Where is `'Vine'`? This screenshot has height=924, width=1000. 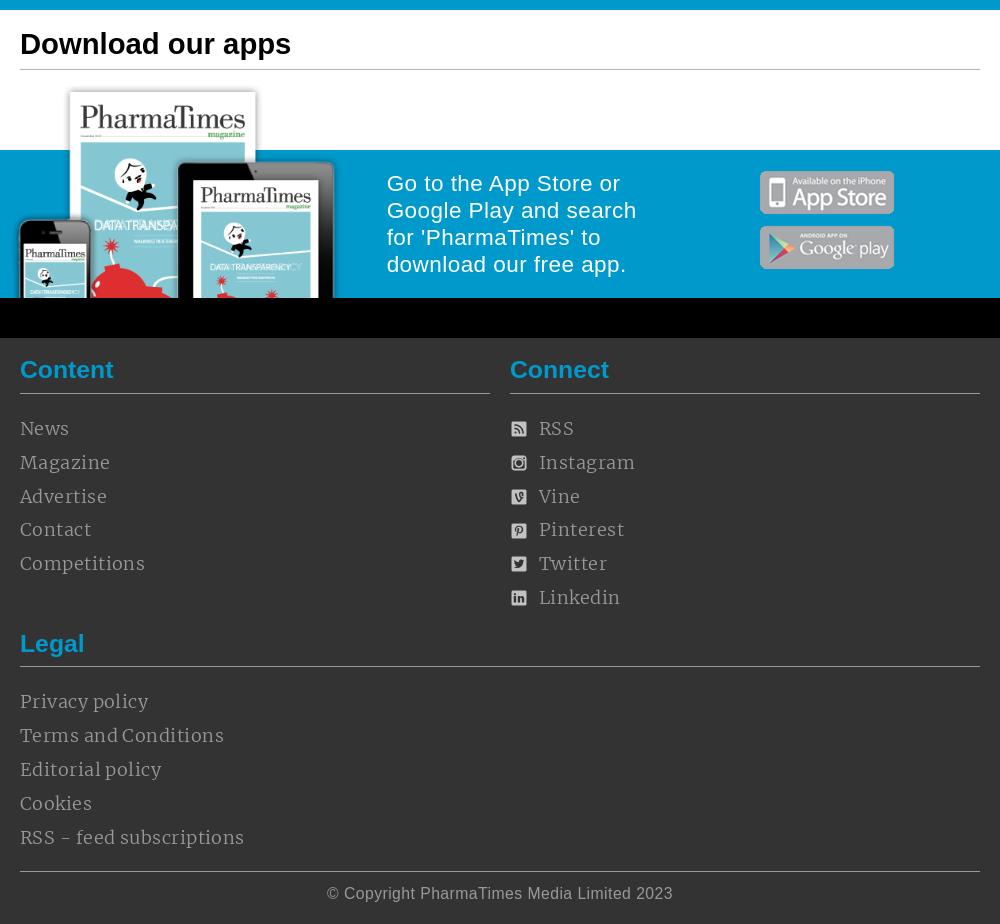
'Vine' is located at coordinates (559, 495).